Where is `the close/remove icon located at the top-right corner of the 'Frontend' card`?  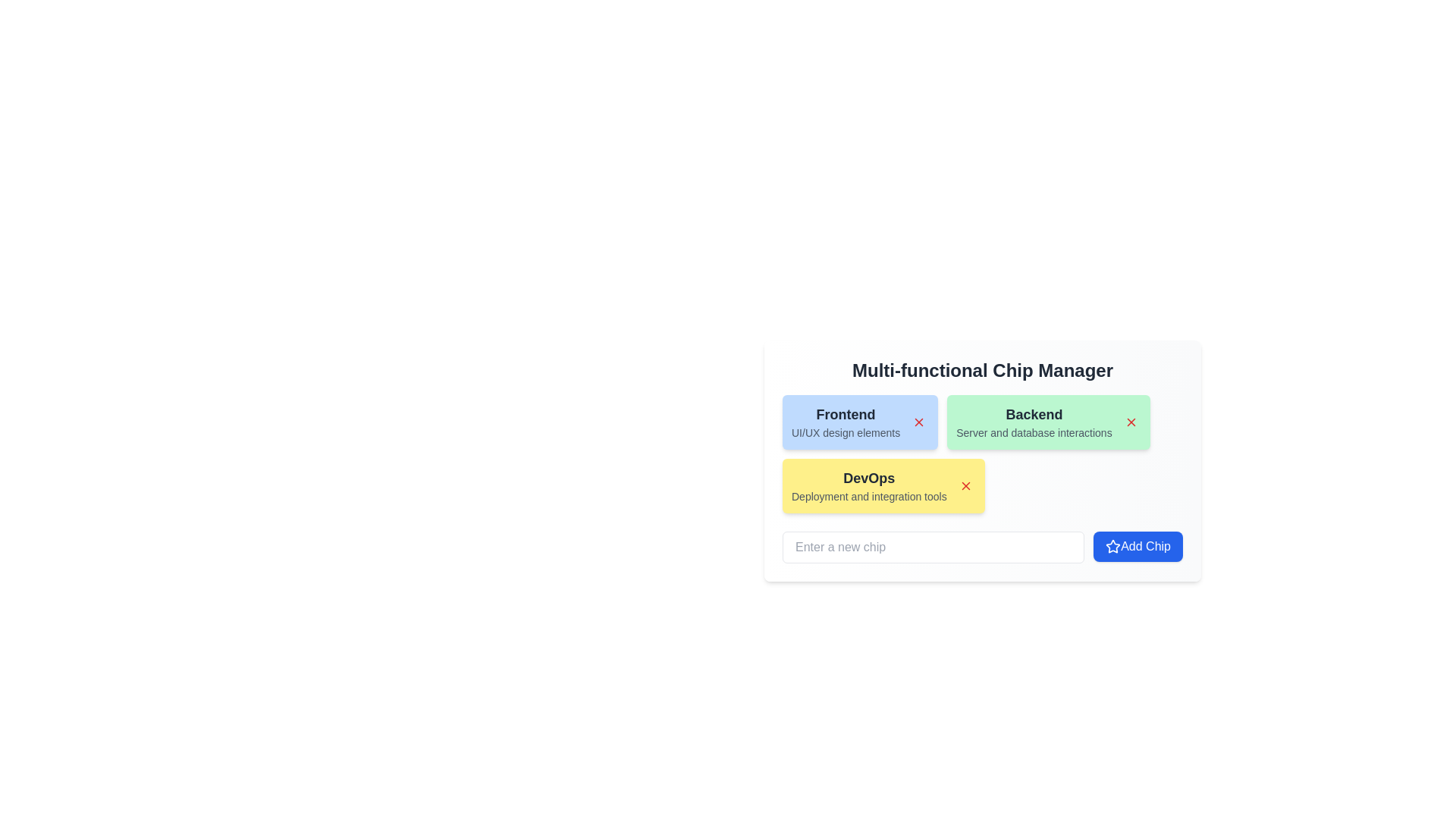
the close/remove icon located at the top-right corner of the 'Frontend' card is located at coordinates (918, 422).